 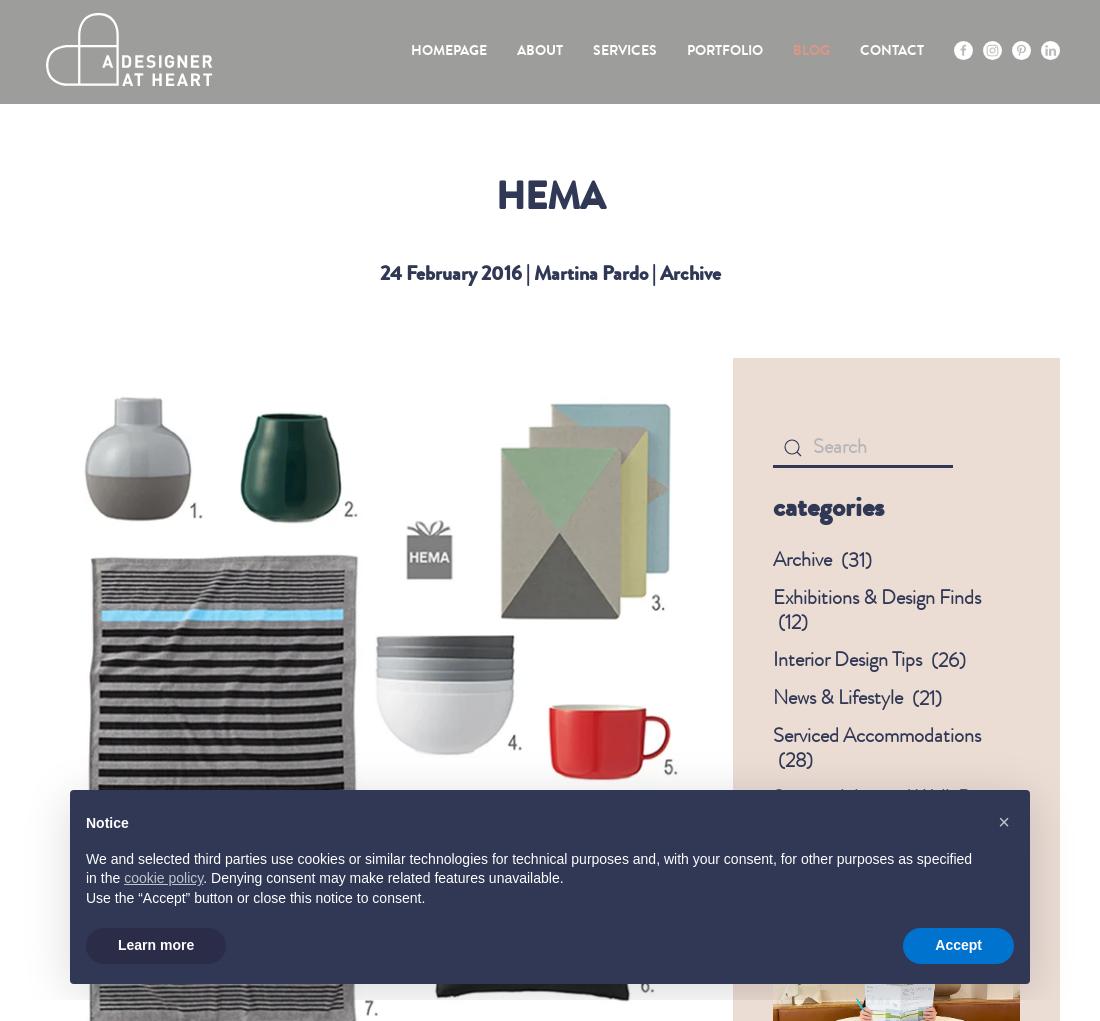 What do you see at coordinates (255, 896) in the screenshot?
I see `'Use the “Accept” button or close this notice to consent.'` at bounding box center [255, 896].